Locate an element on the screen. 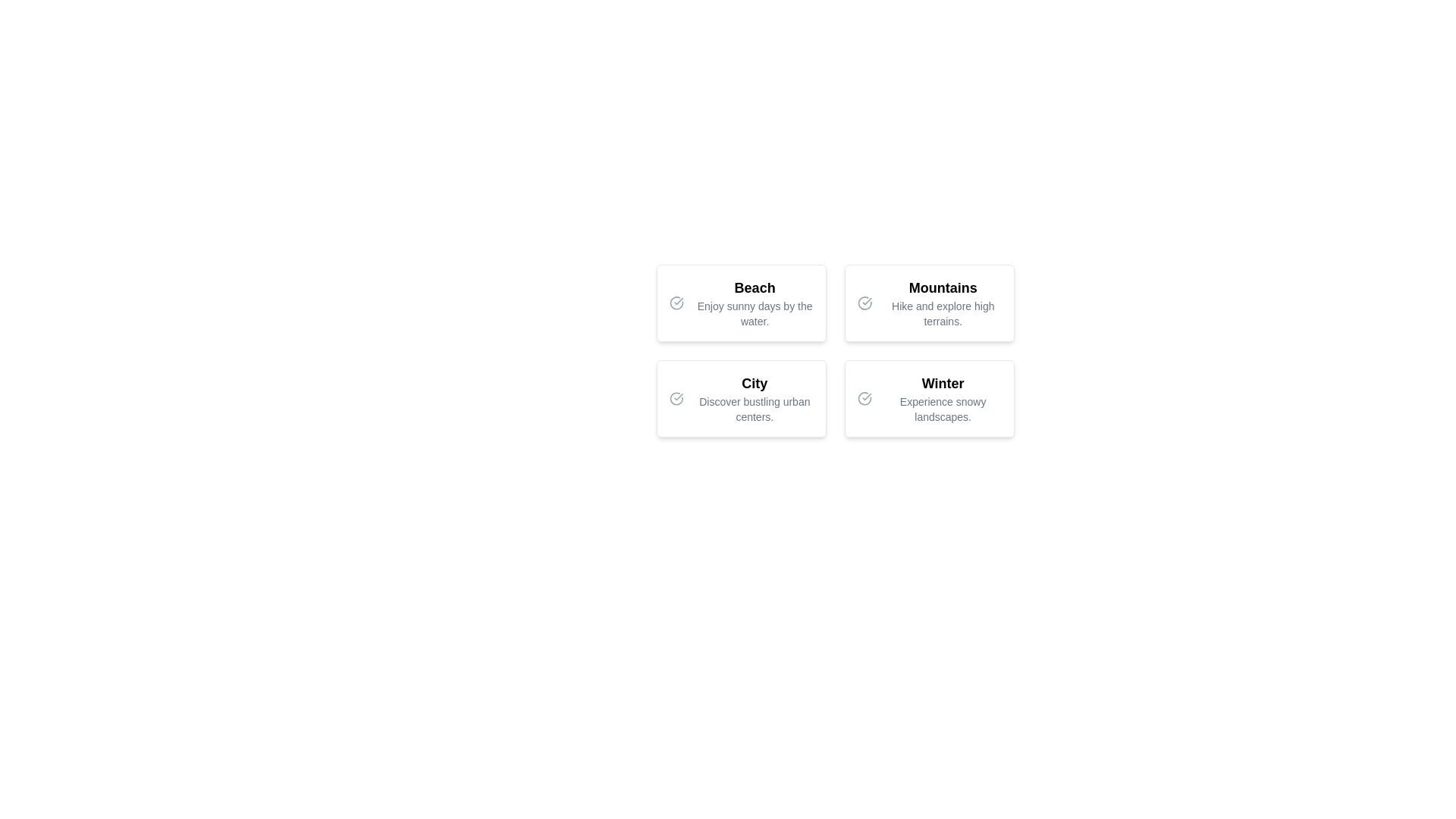 Image resolution: width=1456 pixels, height=819 pixels. the selectable marker indicator to denote the presence or selection of the 'Beach' option located within the top-left card of a 2x2 grid layout is located at coordinates (676, 303).